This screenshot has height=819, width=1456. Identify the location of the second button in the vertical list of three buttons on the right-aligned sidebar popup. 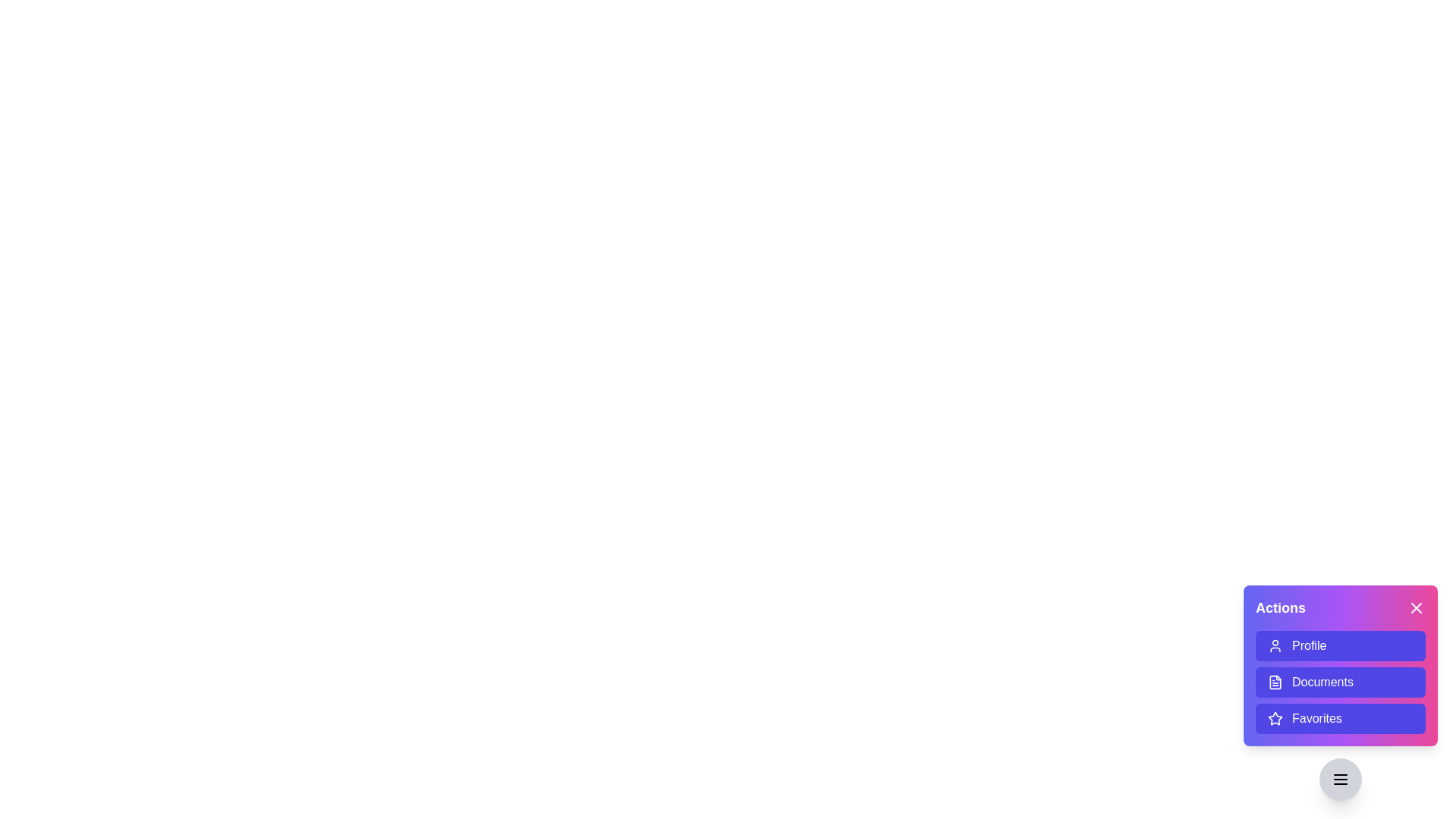
(1340, 681).